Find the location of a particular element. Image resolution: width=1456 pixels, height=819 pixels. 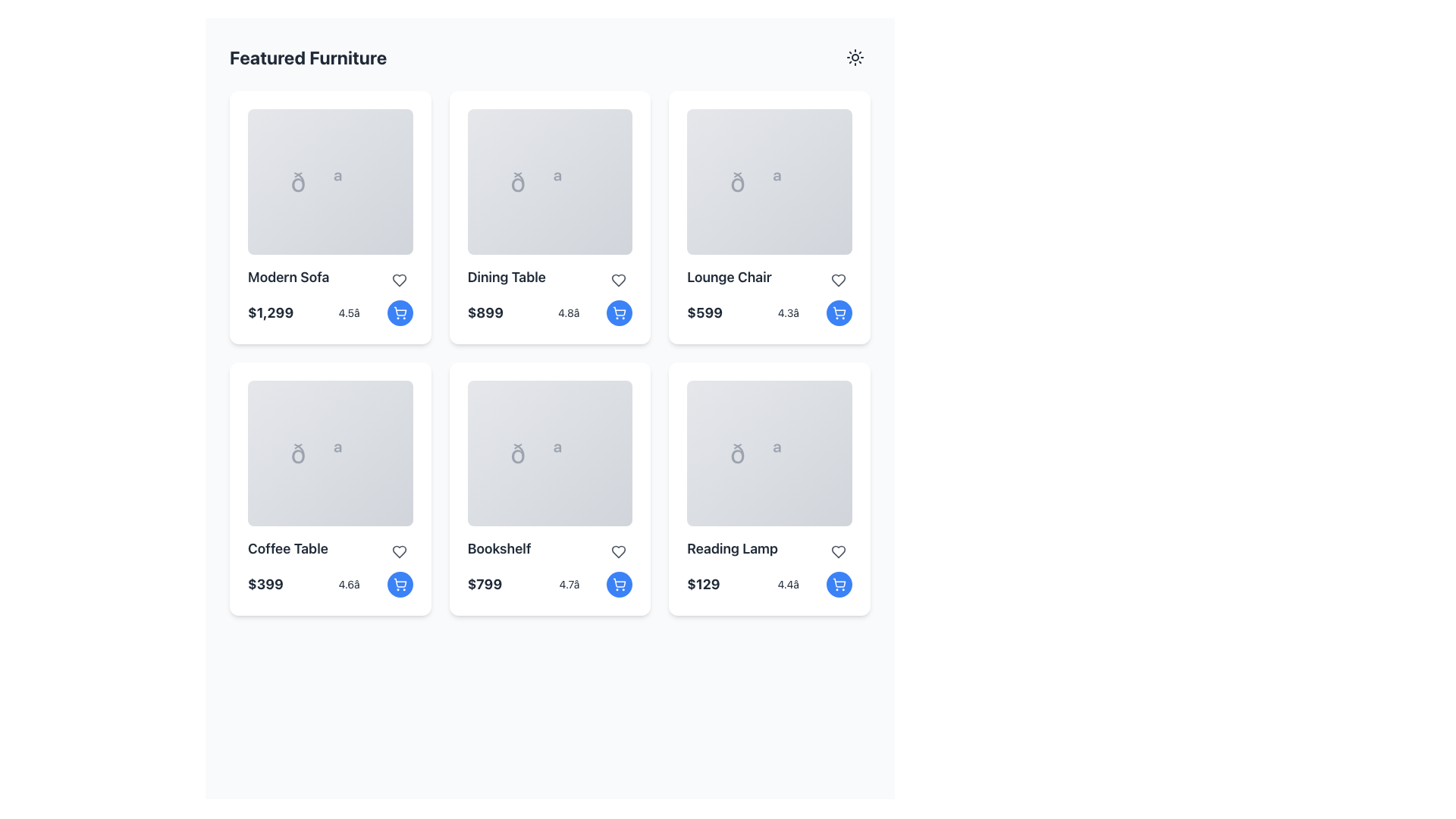

the 'Reading Lamp' product card located in the bottom-right corner of the grid layout is located at coordinates (770, 488).